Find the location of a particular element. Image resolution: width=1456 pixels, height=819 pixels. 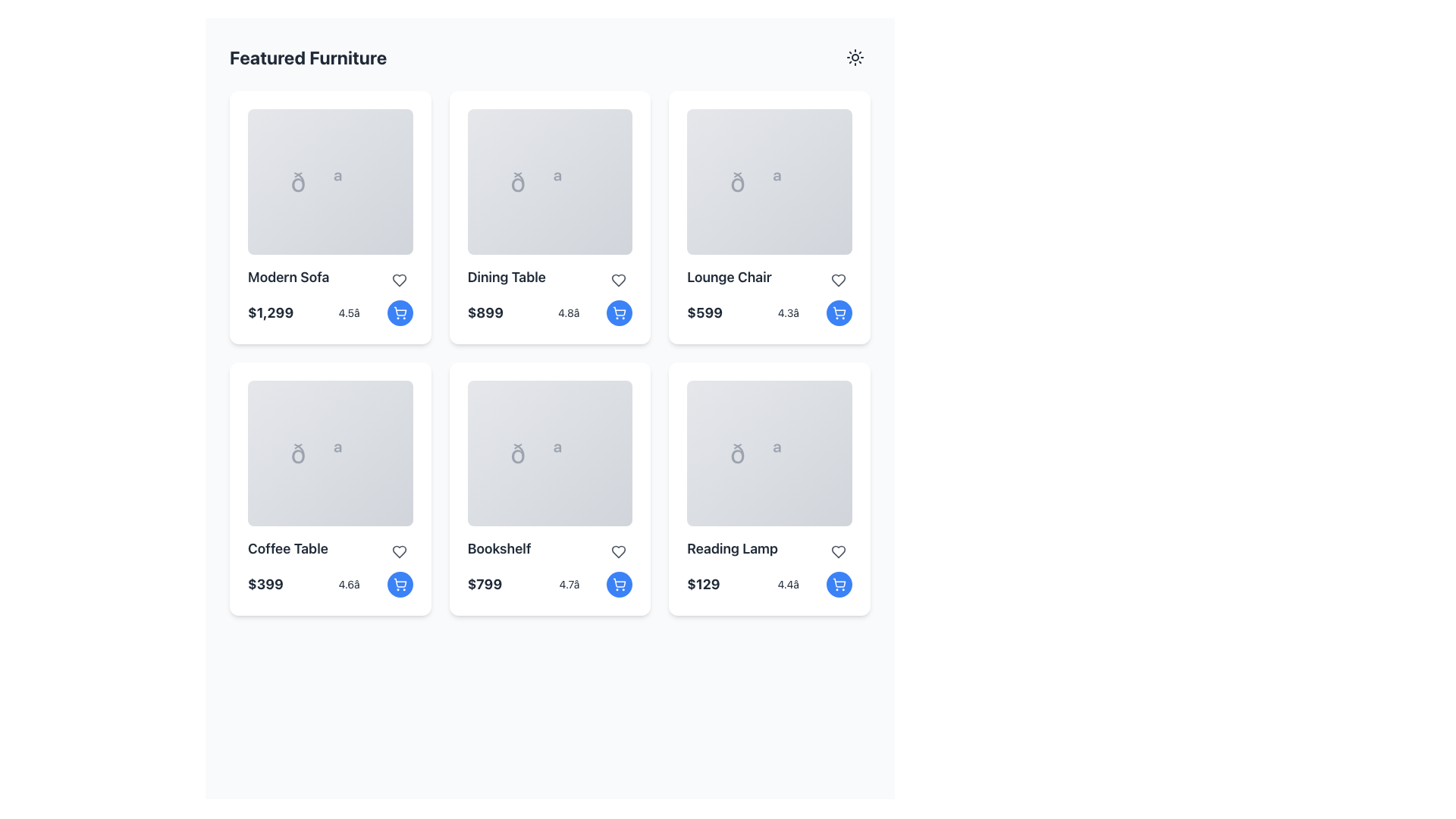

the 'Reading Lamp' product card located in the bottom-right corner of the grid layout is located at coordinates (770, 488).